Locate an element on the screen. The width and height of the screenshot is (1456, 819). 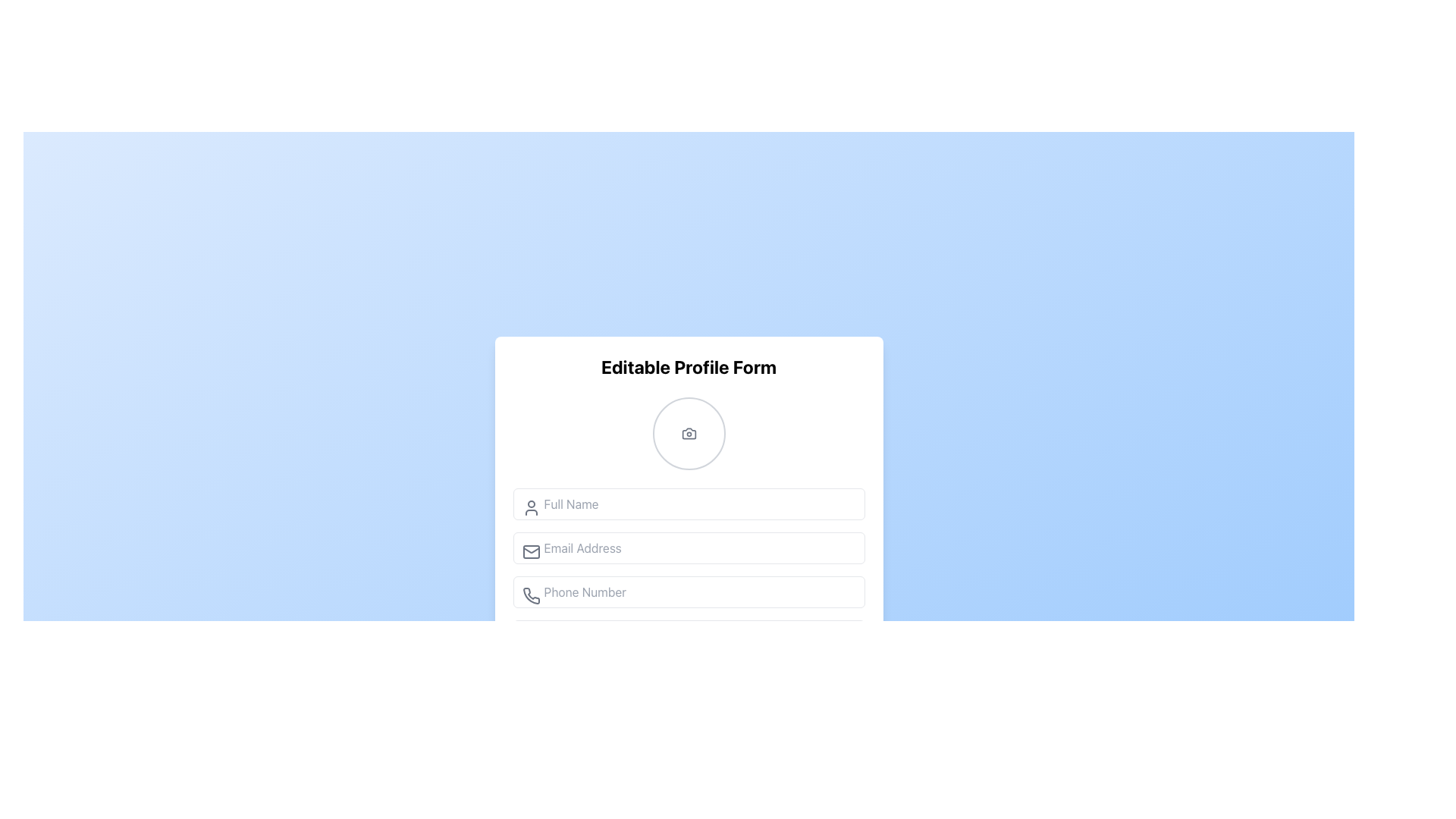
the Text Input field for the full name in the 'Editable Profile Form' section by tabbing to it is located at coordinates (688, 504).